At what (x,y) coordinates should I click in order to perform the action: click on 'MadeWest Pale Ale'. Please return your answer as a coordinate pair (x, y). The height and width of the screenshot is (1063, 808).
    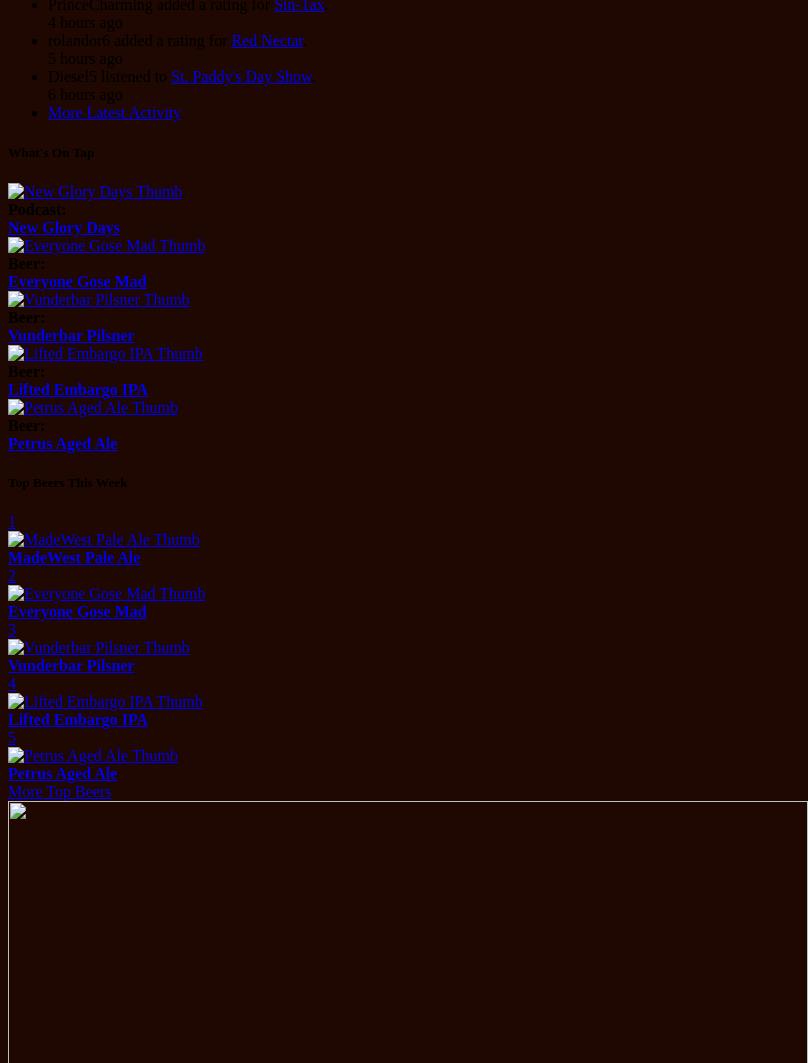
    Looking at the image, I should click on (74, 556).